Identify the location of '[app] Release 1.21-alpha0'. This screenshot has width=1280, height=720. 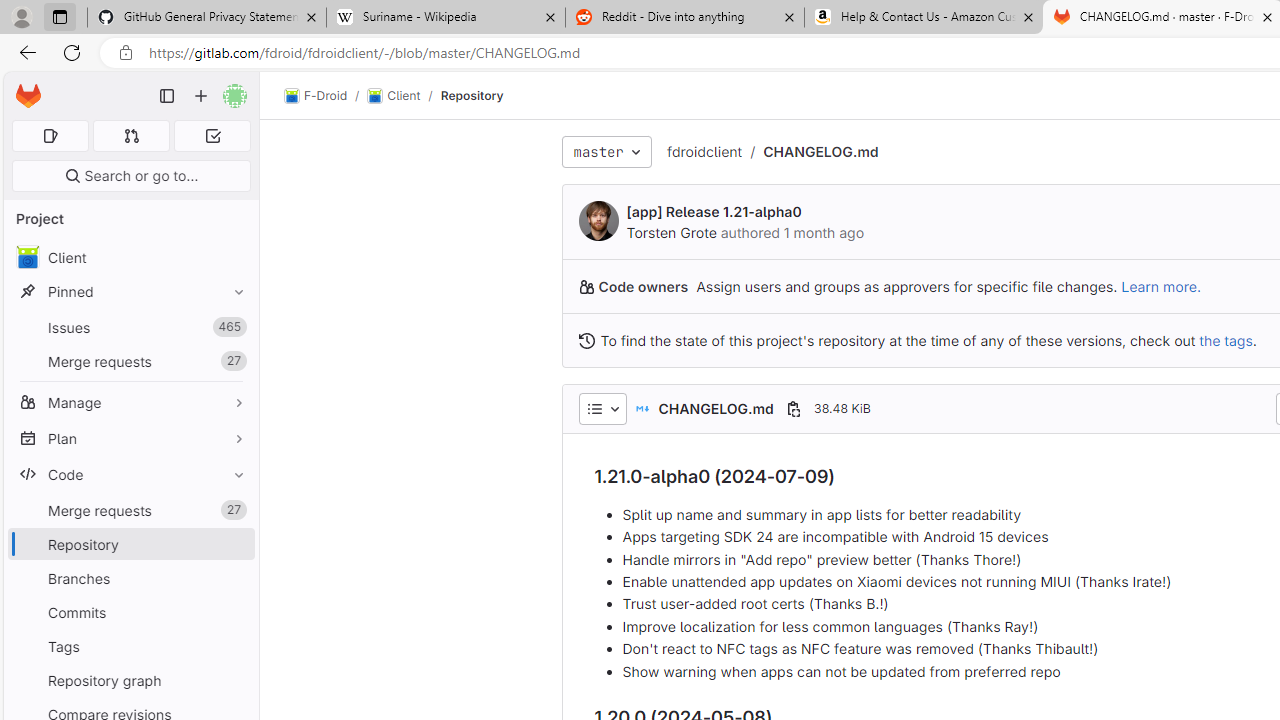
(714, 211).